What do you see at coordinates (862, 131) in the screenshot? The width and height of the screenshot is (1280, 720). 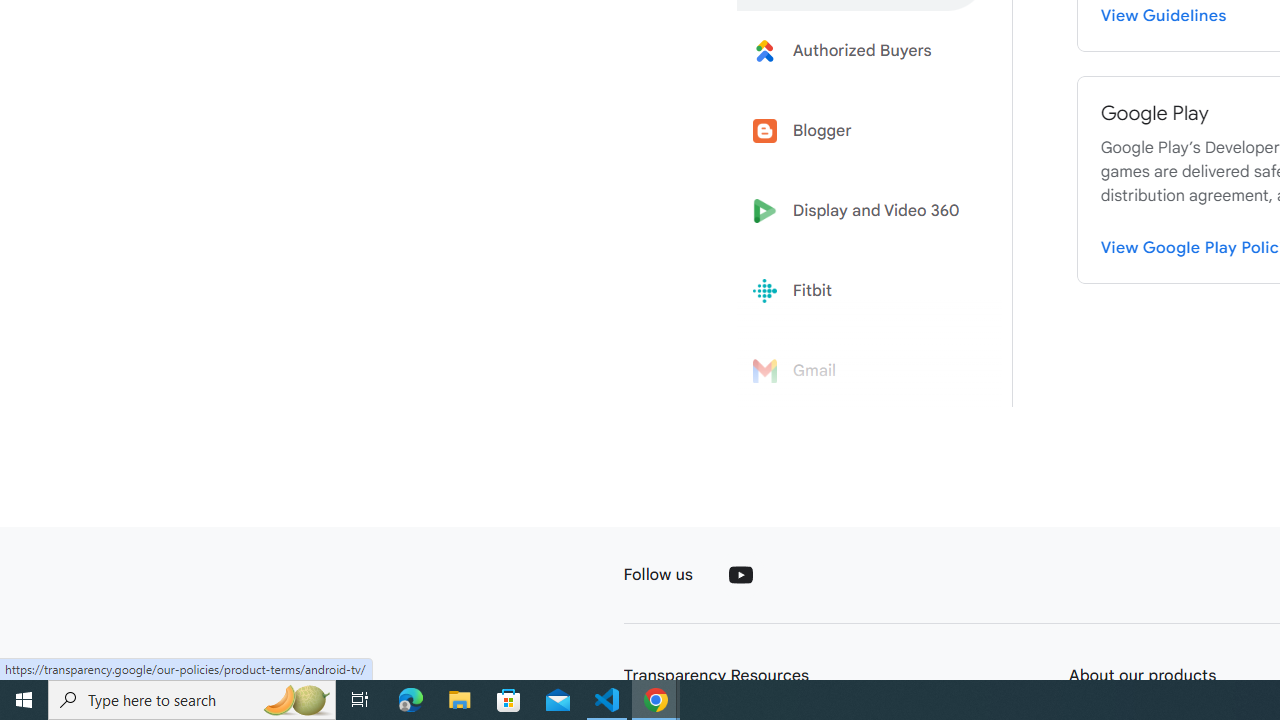 I see `'Blogger'` at bounding box center [862, 131].